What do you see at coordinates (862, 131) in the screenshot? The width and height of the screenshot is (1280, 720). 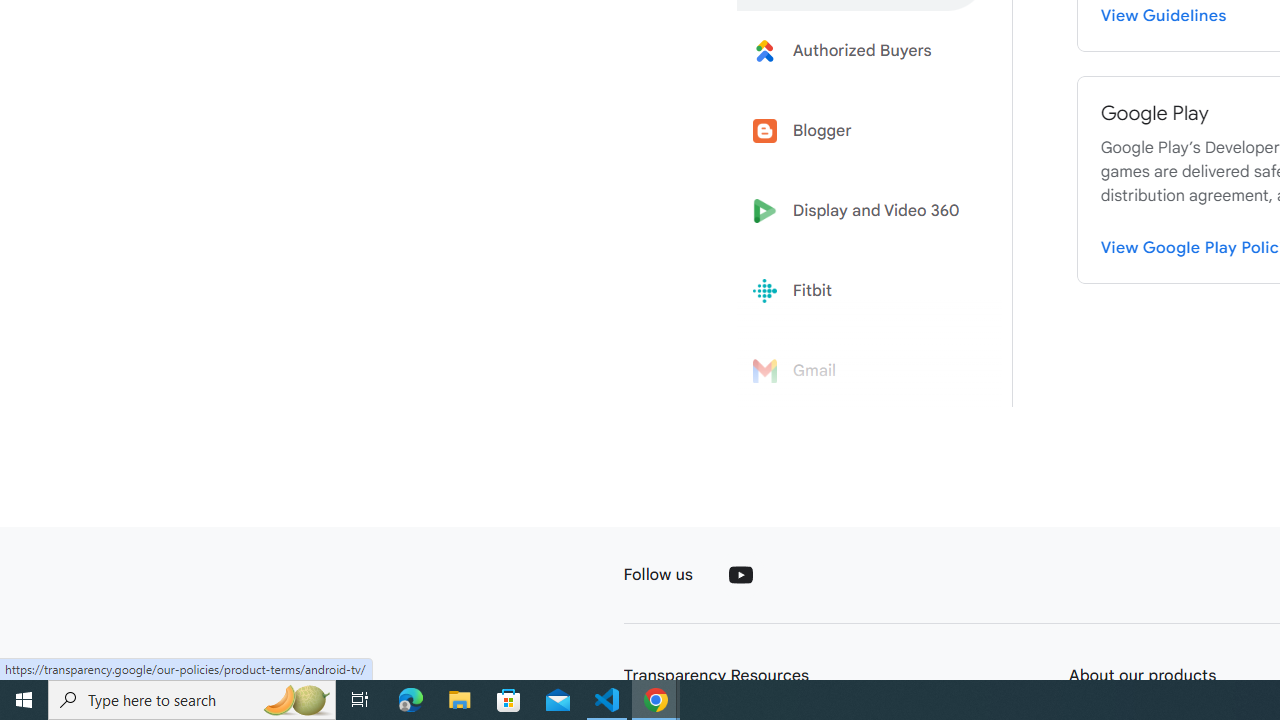 I see `'Blogger'` at bounding box center [862, 131].